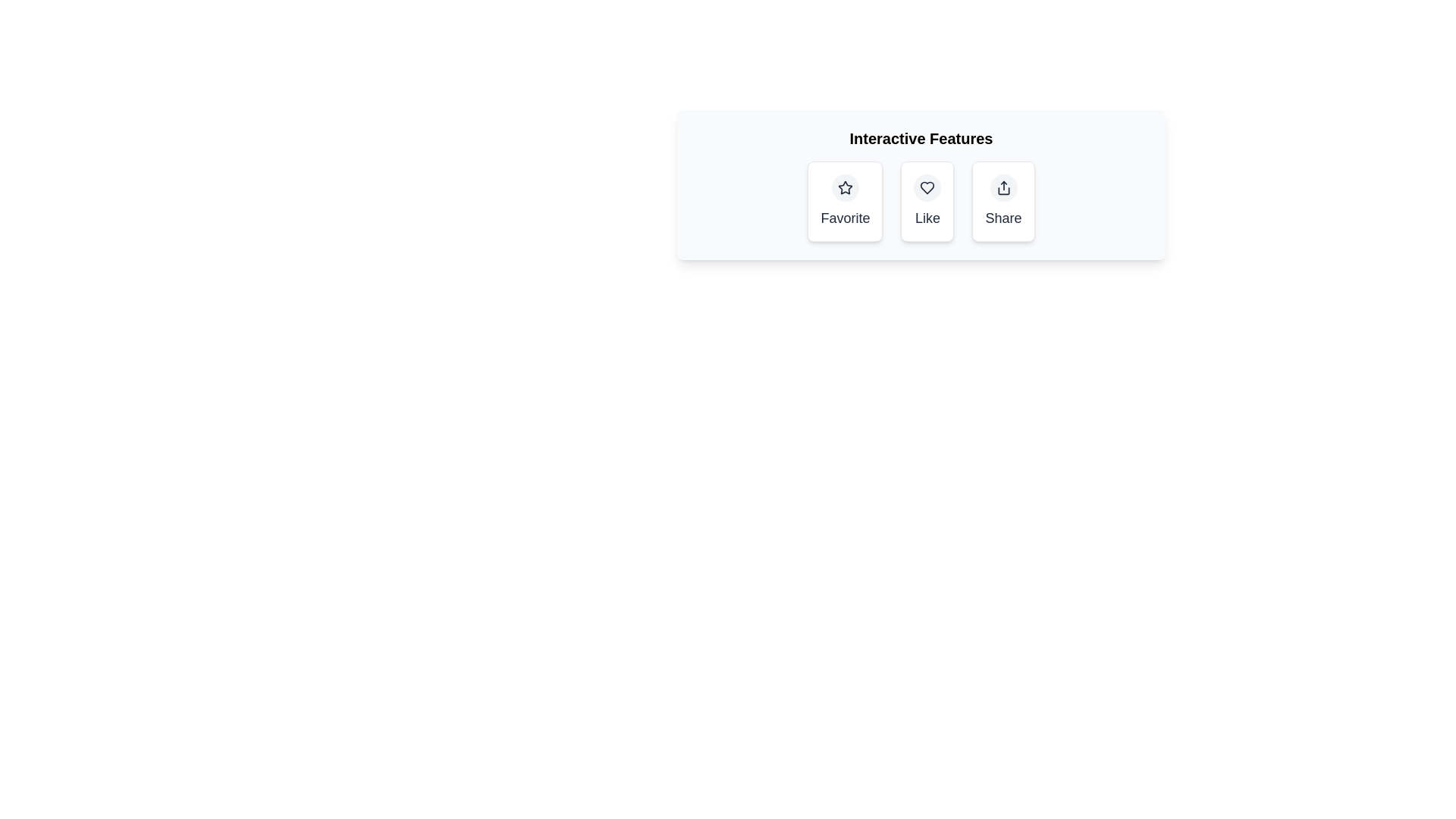 This screenshot has height=819, width=1456. Describe the element at coordinates (844, 201) in the screenshot. I see `the Favorite button to activate it` at that location.